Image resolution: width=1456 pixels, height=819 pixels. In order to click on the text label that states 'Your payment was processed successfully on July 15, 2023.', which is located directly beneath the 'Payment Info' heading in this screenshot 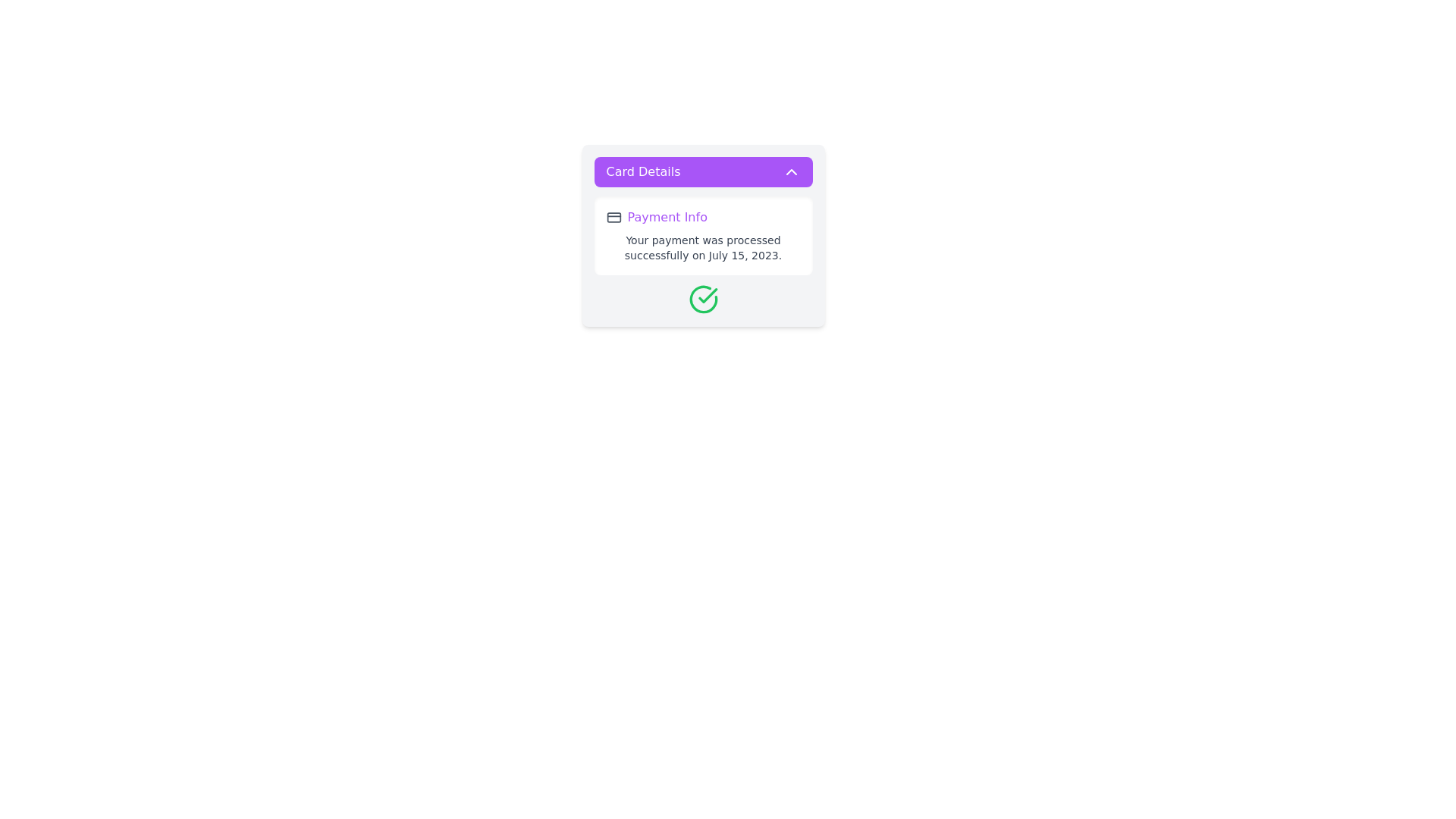, I will do `click(702, 247)`.